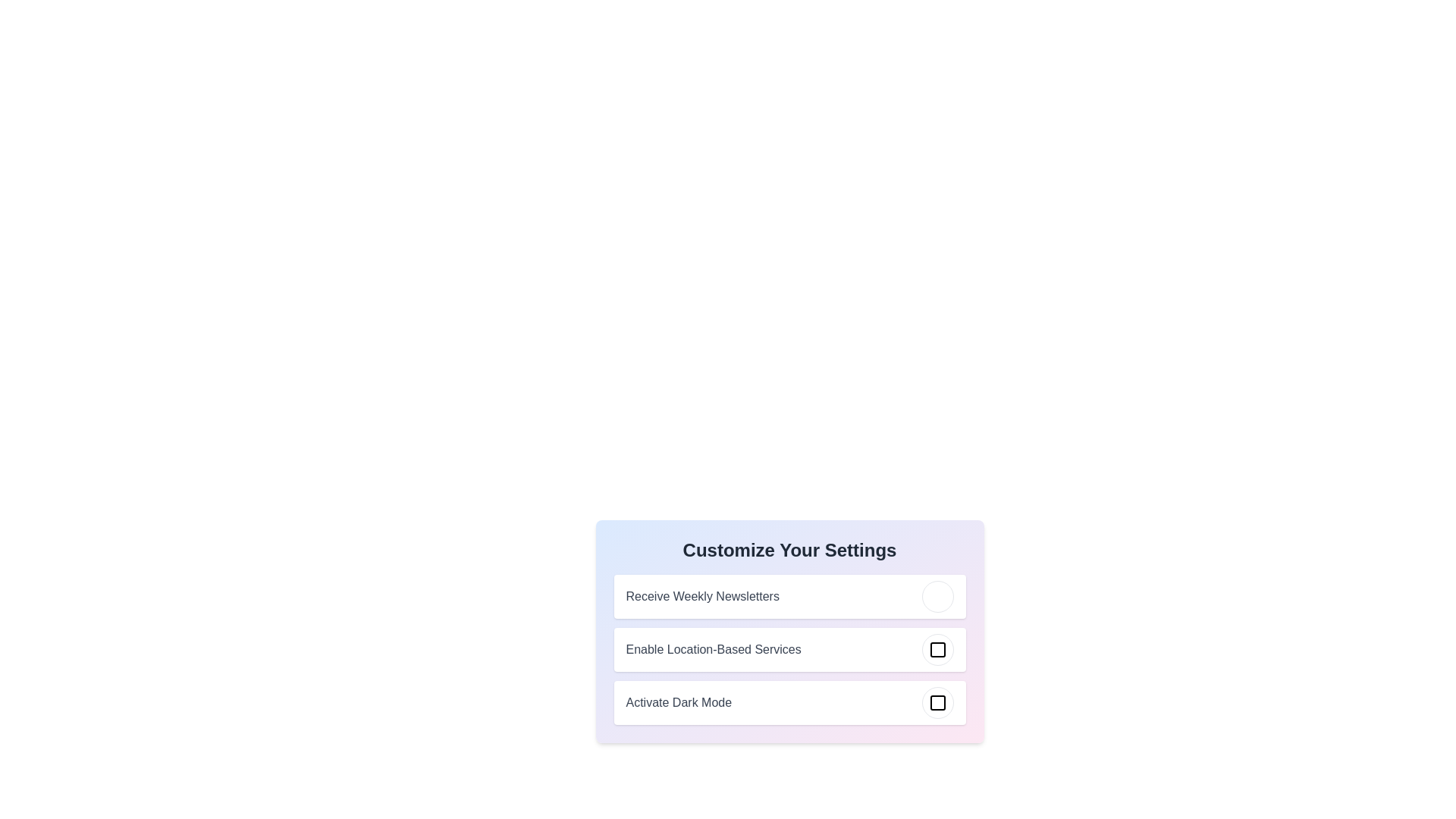  I want to click on the first Toggleable setting item for subscribing to weekly newsletters, so click(789, 595).